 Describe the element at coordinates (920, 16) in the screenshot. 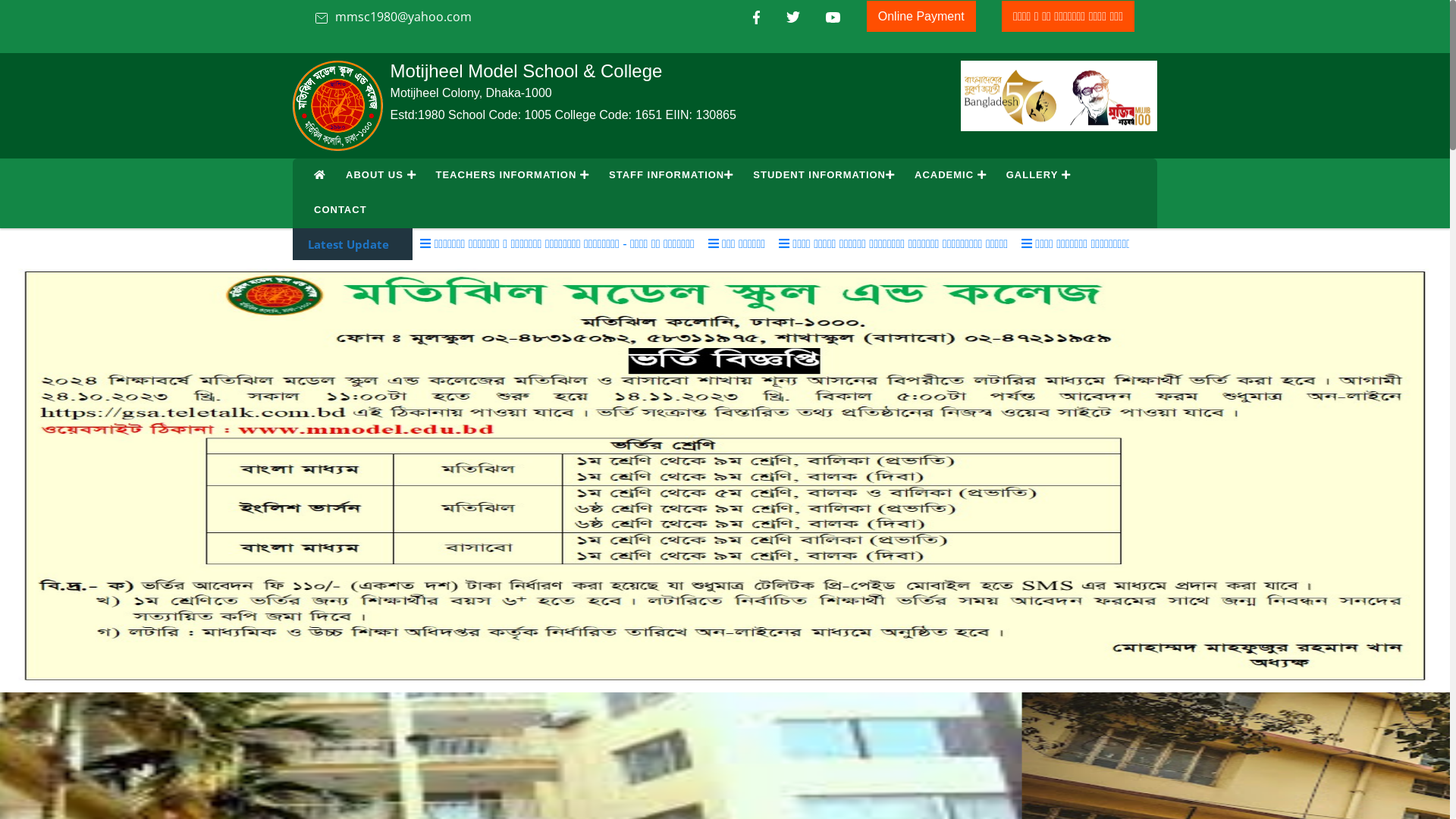

I see `'Online Payment'` at that location.